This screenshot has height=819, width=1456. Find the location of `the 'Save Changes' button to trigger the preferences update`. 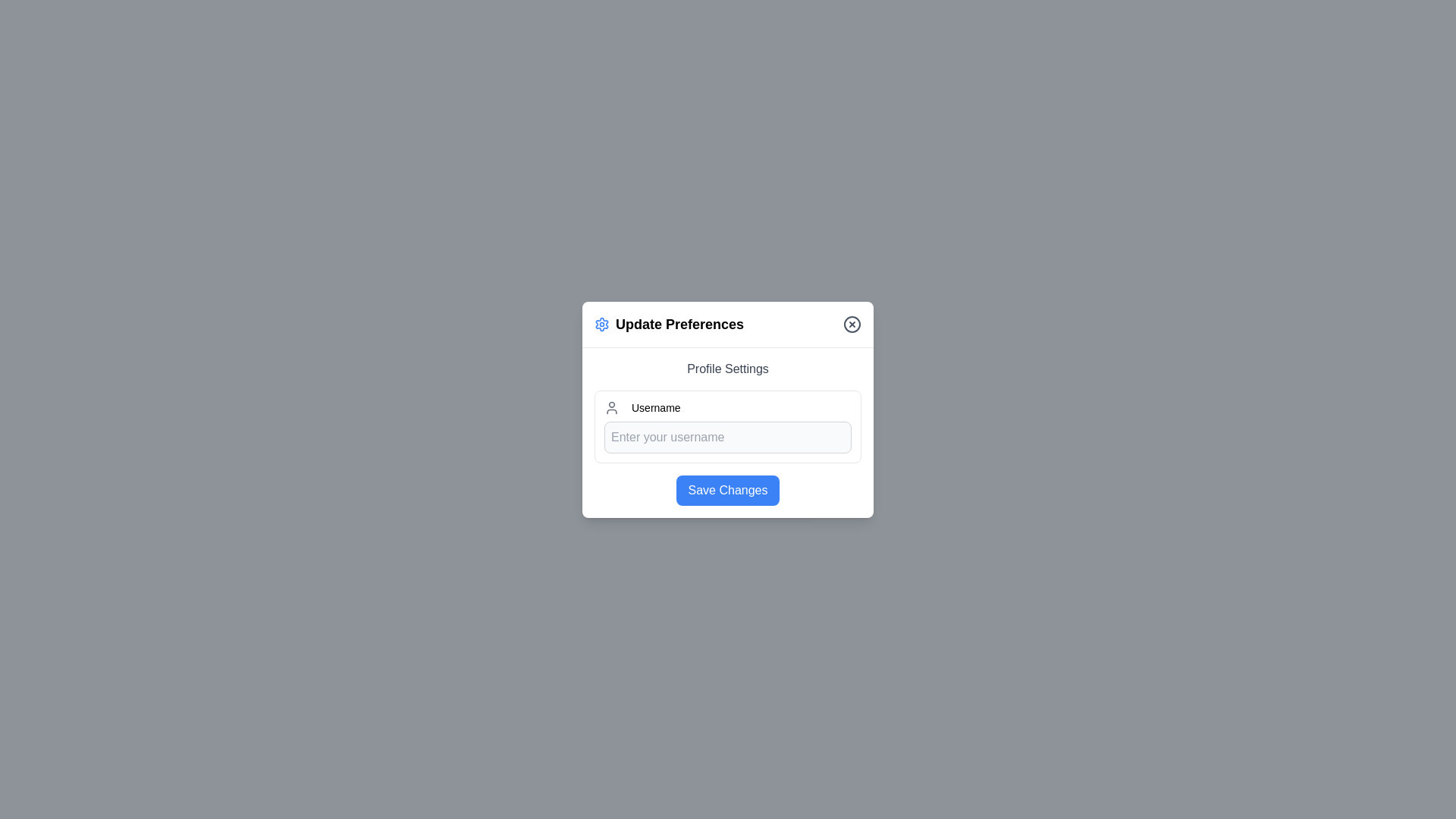

the 'Save Changes' button to trigger the preferences update is located at coordinates (728, 490).